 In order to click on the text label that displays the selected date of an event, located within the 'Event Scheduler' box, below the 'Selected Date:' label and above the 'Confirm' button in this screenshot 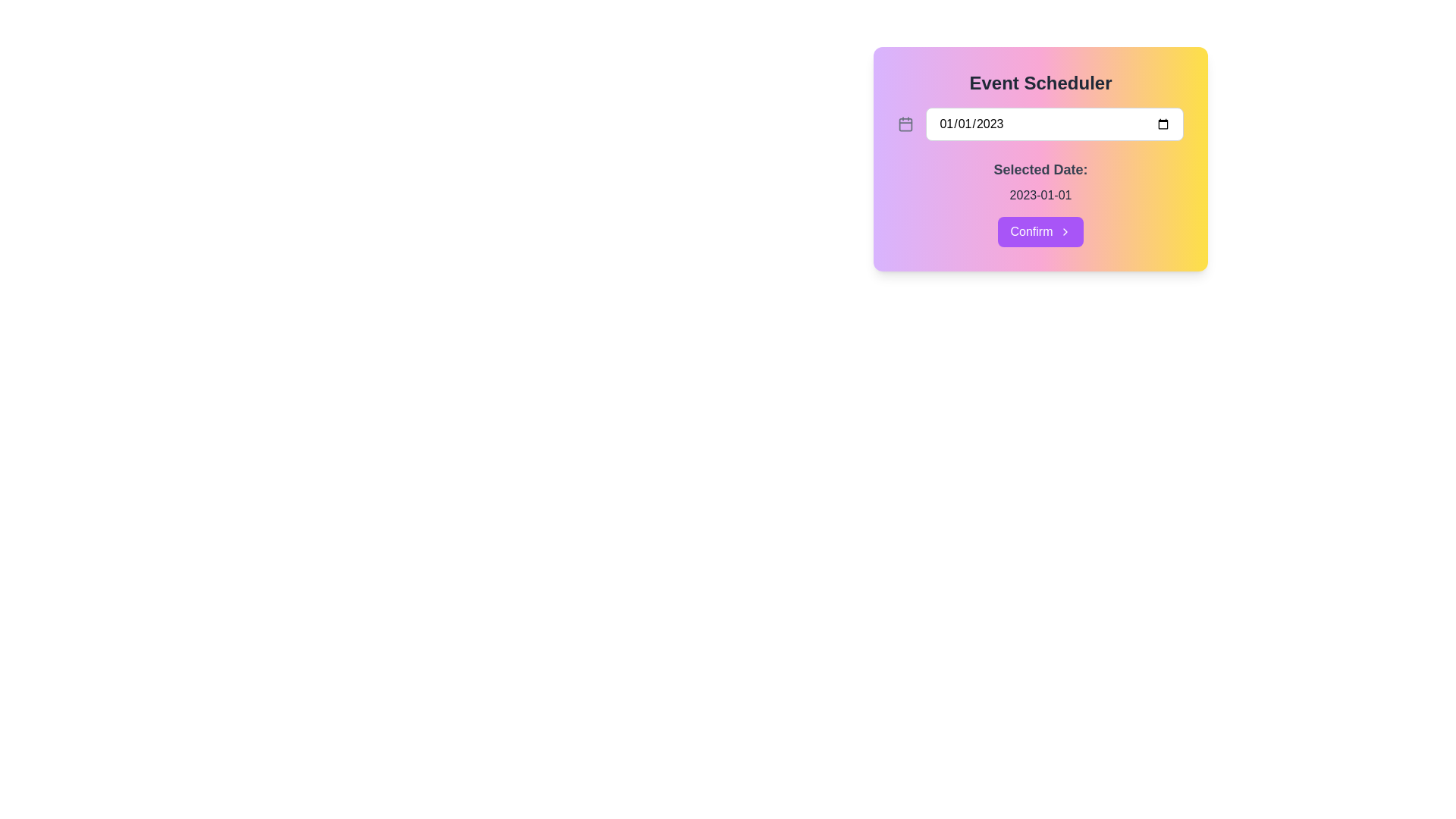, I will do `click(1040, 195)`.